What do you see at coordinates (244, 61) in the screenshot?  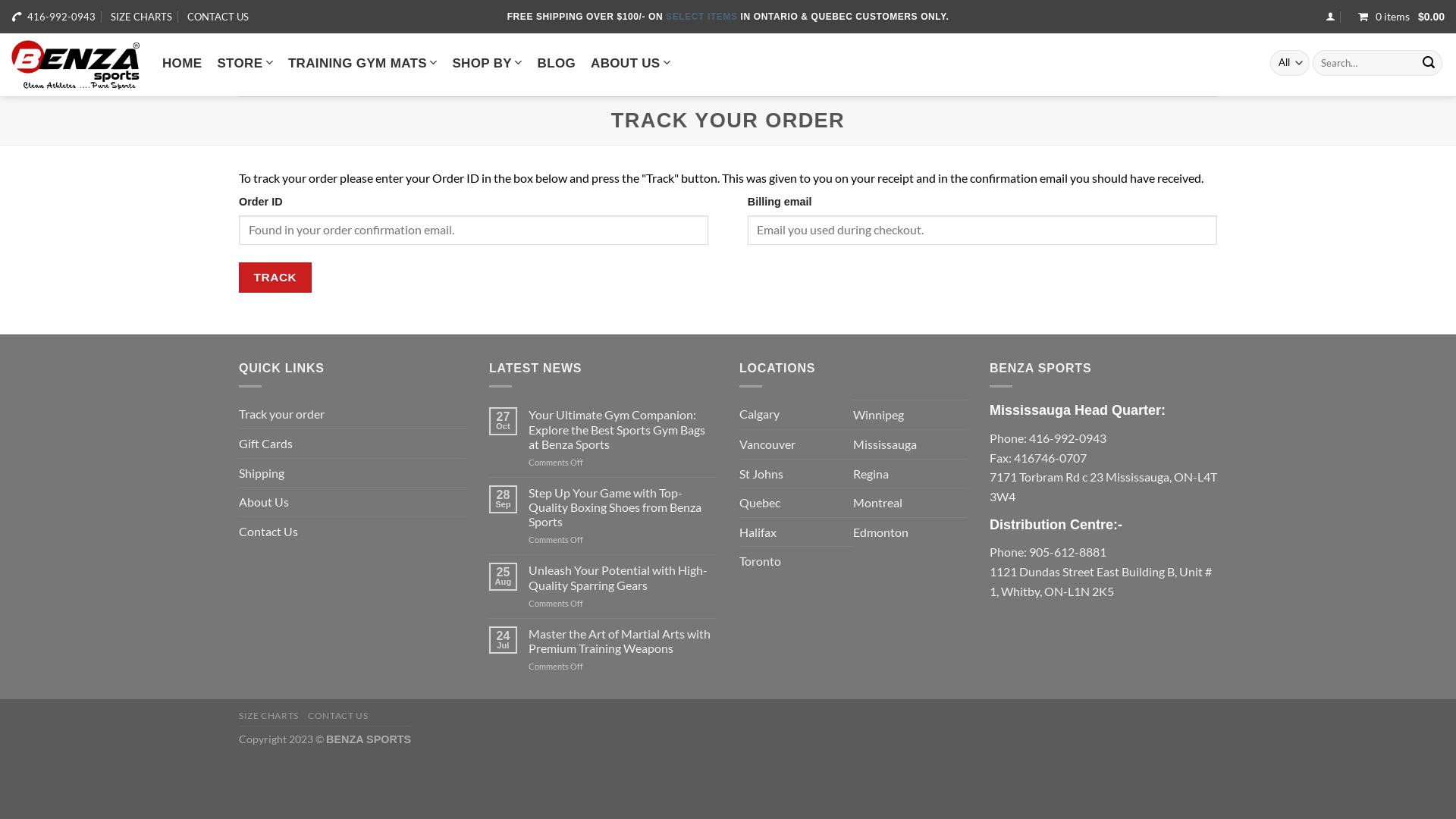 I see `'STORE'` at bounding box center [244, 61].